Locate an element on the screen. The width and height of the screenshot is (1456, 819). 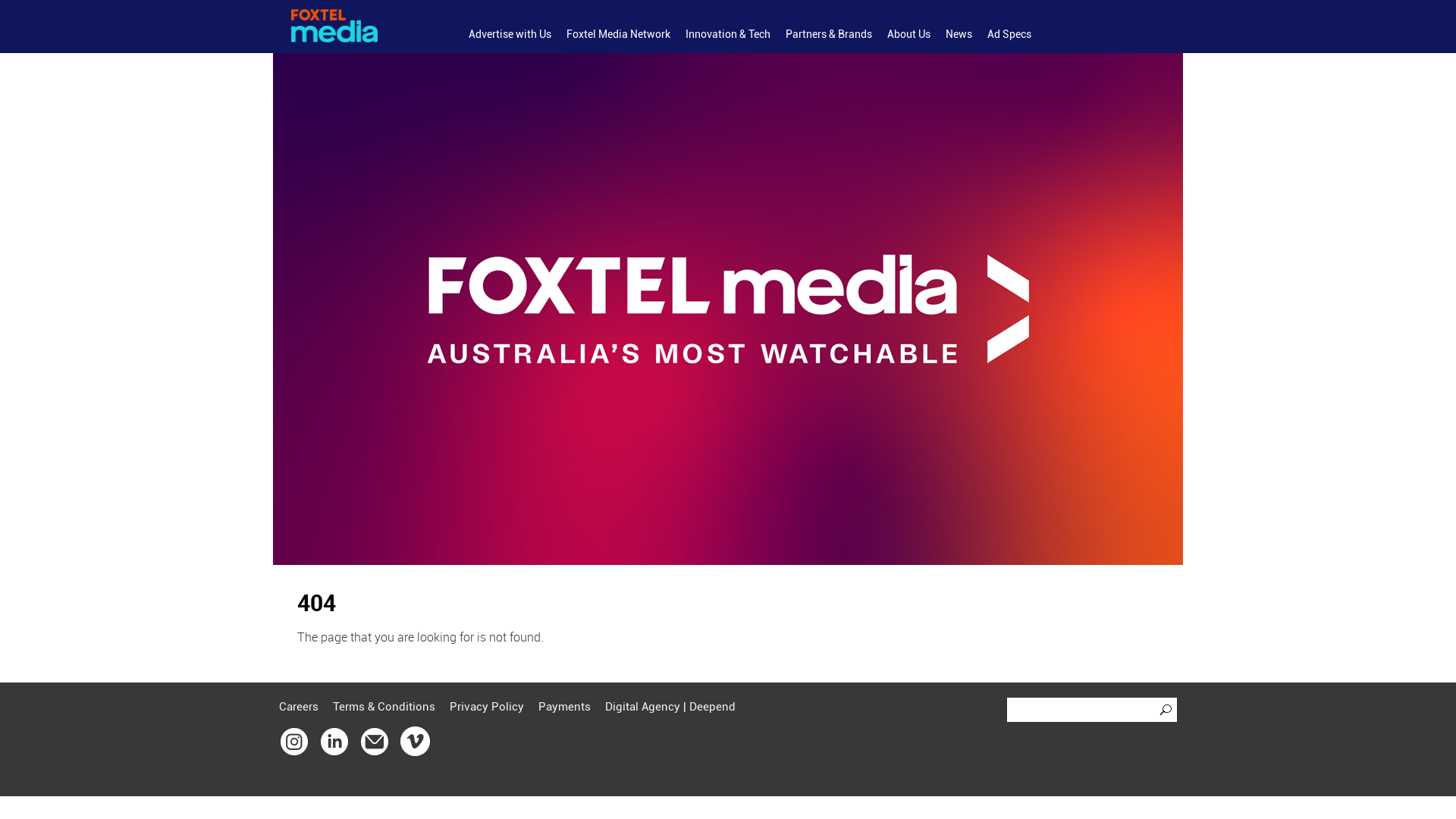
'Advertise with Us' is located at coordinates (510, 34).